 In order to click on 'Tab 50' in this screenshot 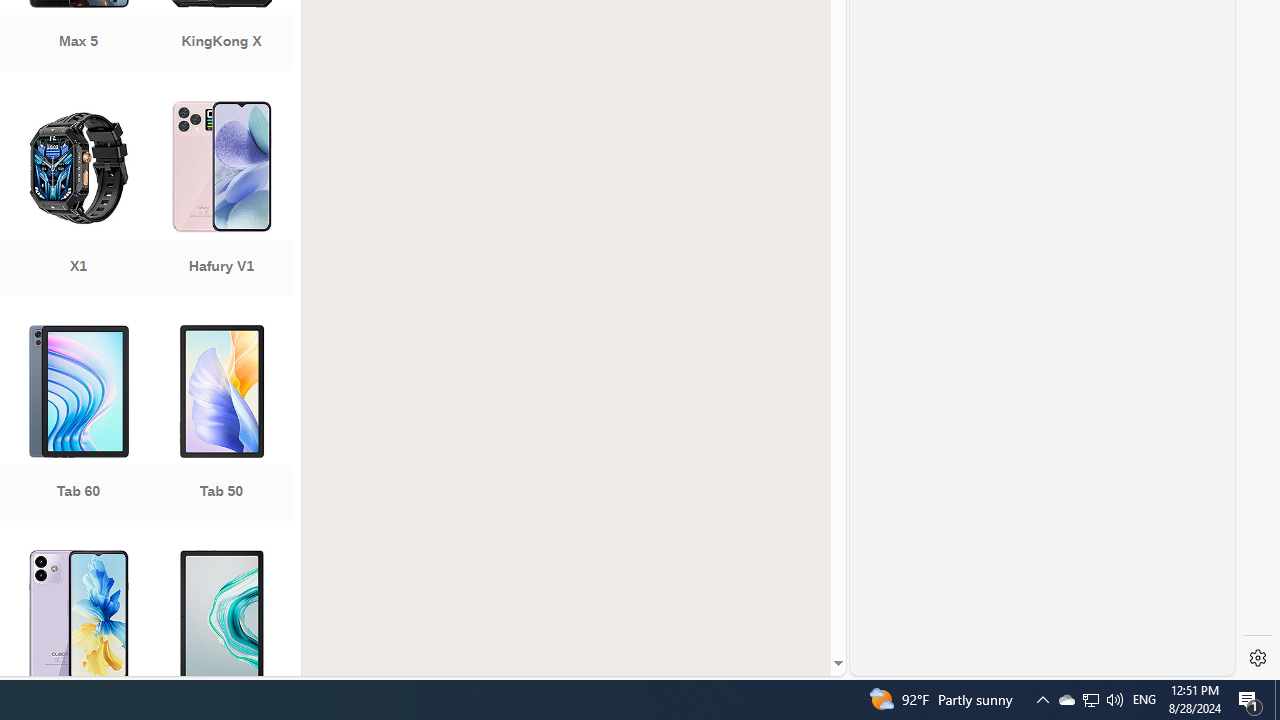, I will do `click(221, 424)`.